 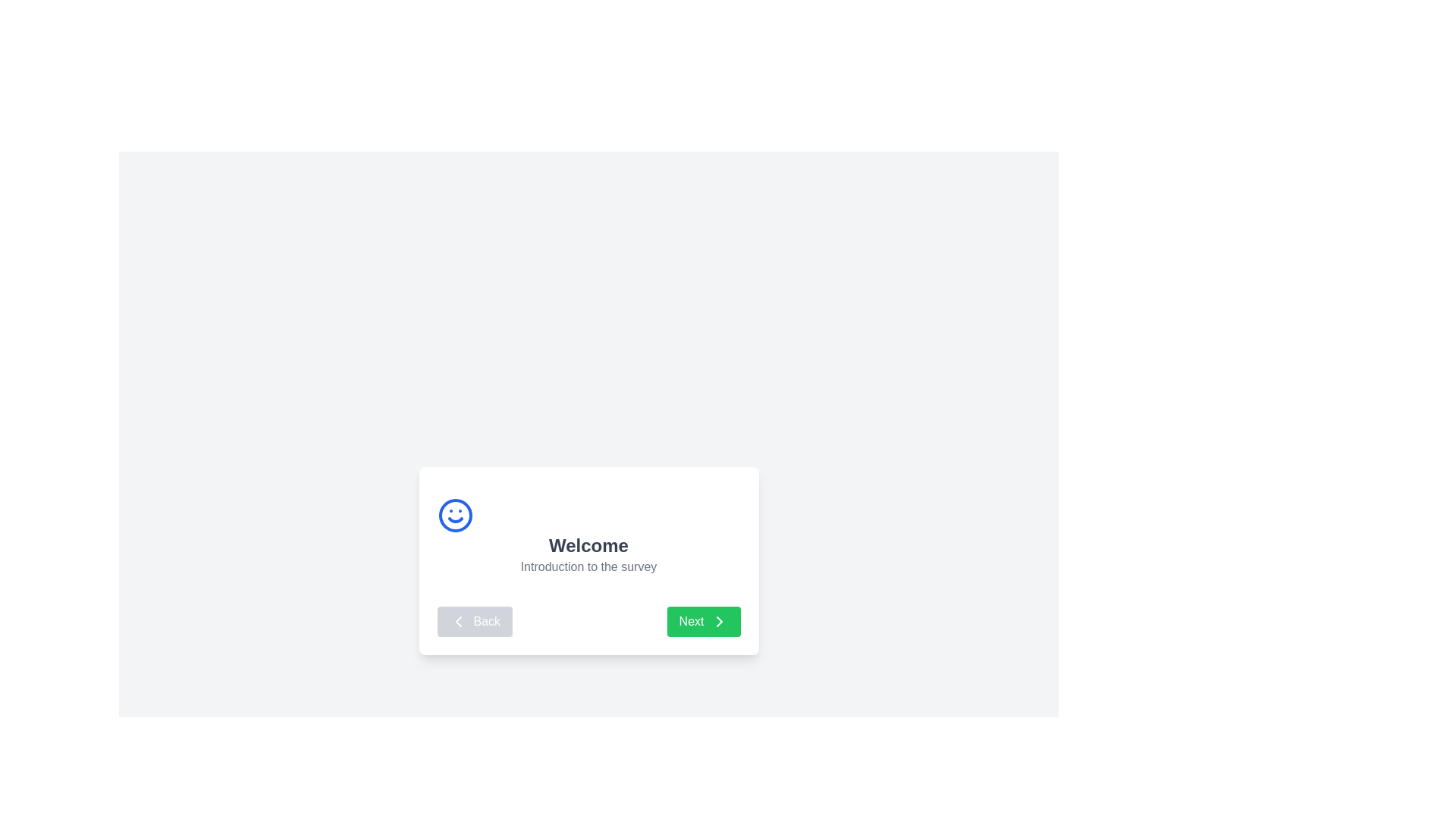 What do you see at coordinates (718, 622) in the screenshot?
I see `the rightward chevron SVG icon located within the 'Next' button at the bottom-right corner of the modal dialog interface` at bounding box center [718, 622].